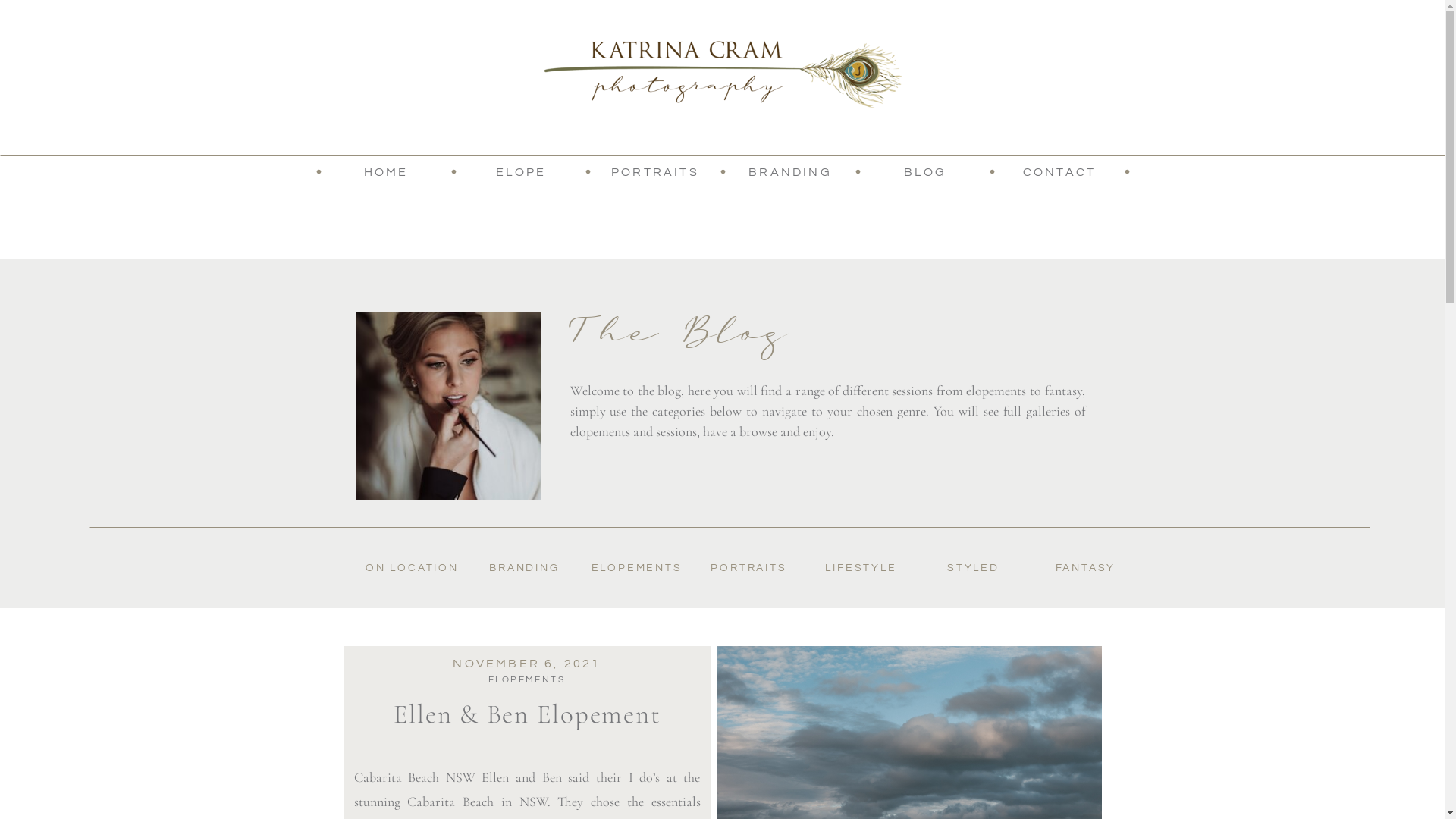 The image size is (1456, 819). I want to click on 'Ellen & Ben Elopement', so click(527, 714).